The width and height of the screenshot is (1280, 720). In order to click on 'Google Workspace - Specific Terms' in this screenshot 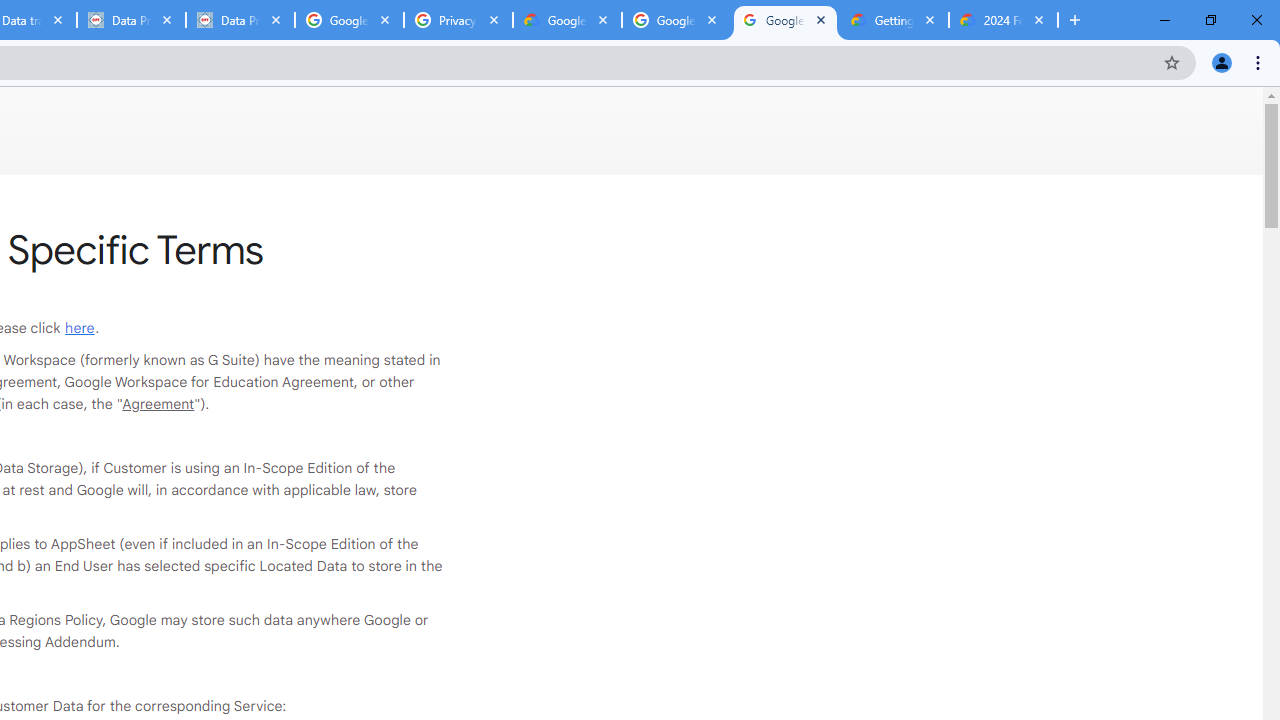, I will do `click(784, 20)`.